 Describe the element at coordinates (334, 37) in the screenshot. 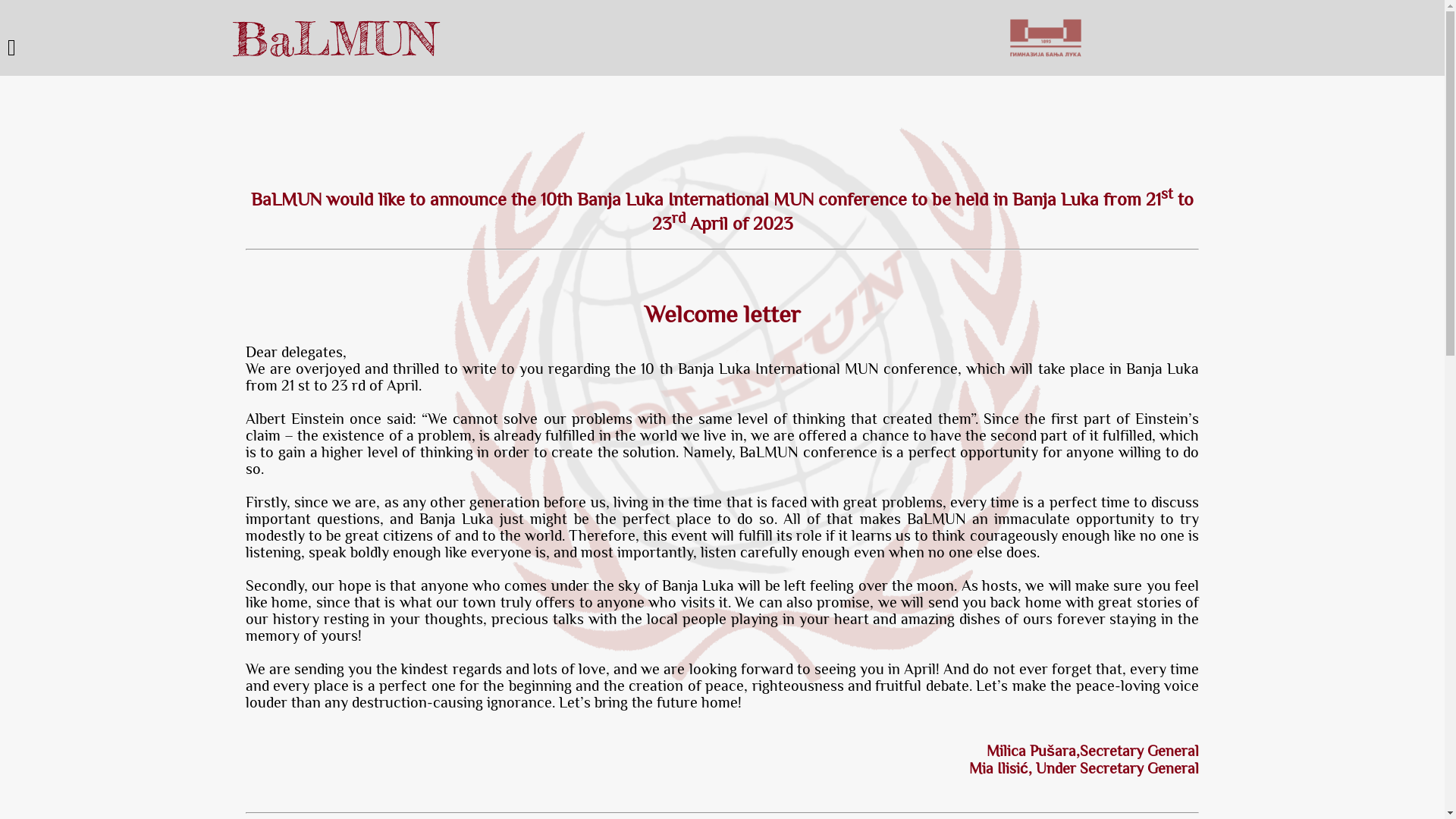

I see `'BaLMUN'` at that location.